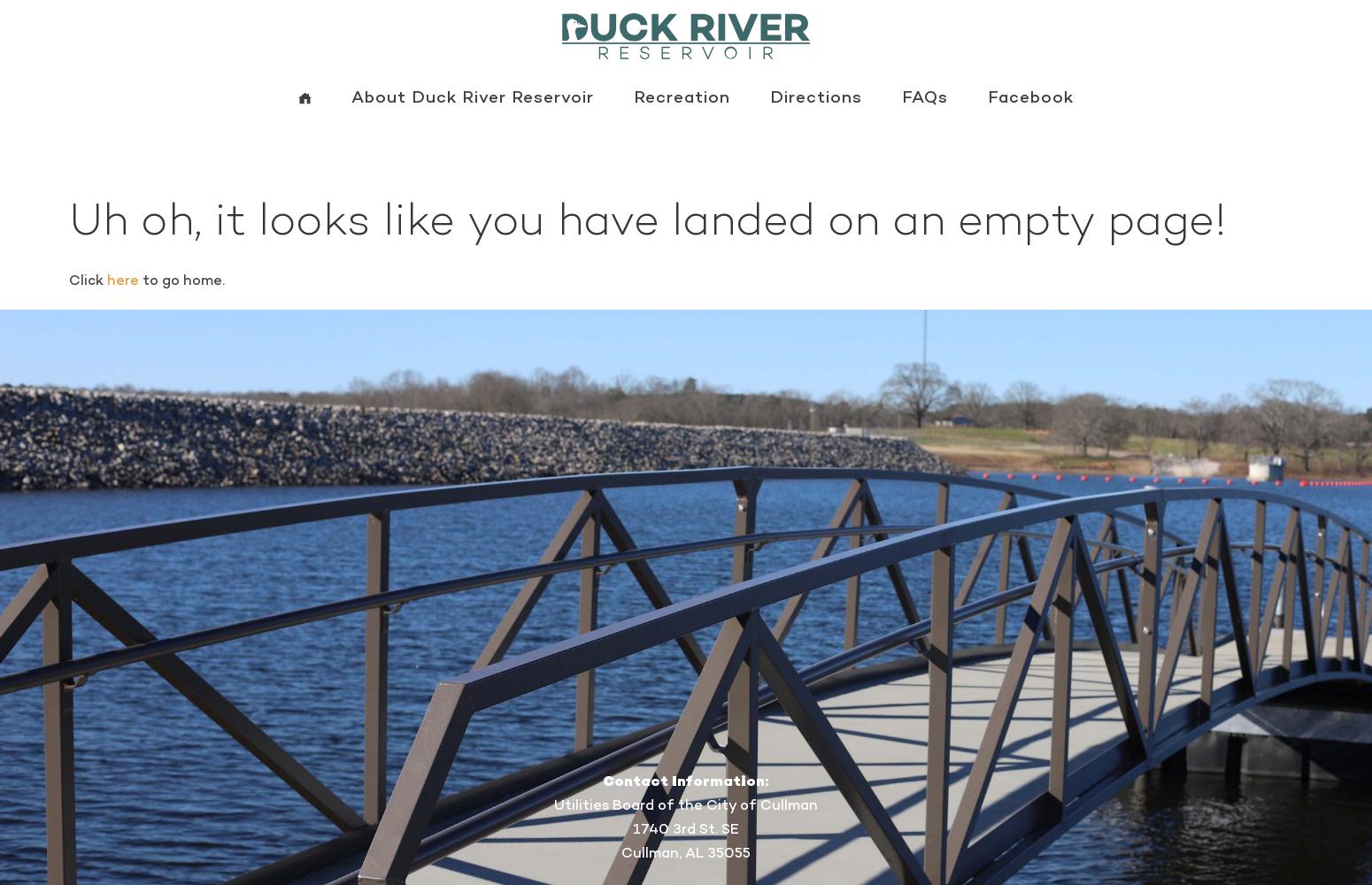 The image size is (1372, 885). What do you see at coordinates (686, 804) in the screenshot?
I see `'Utilities Board of the City of Cullman'` at bounding box center [686, 804].